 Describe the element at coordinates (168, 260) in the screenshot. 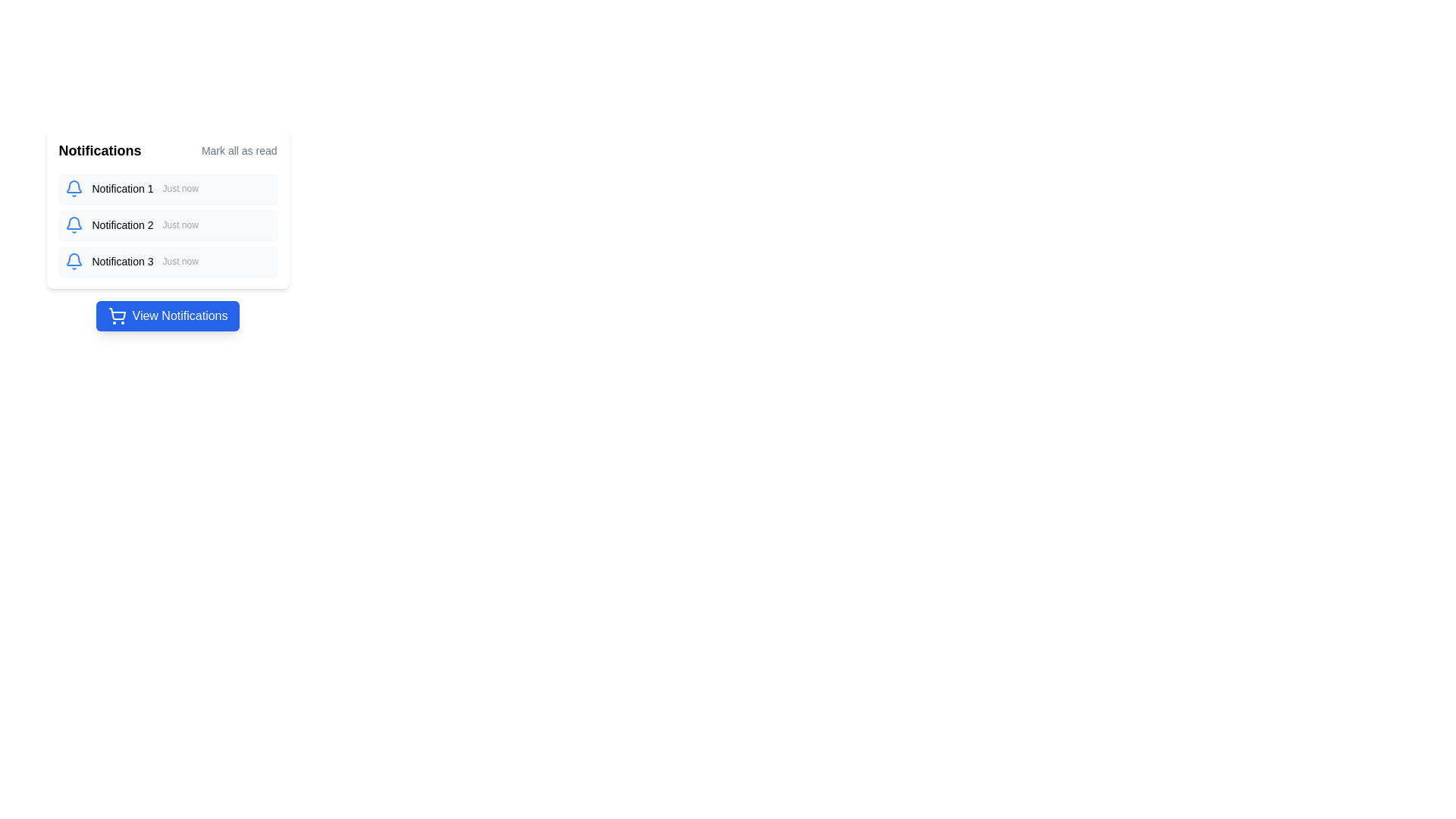

I see `the third notification item in the list` at that location.